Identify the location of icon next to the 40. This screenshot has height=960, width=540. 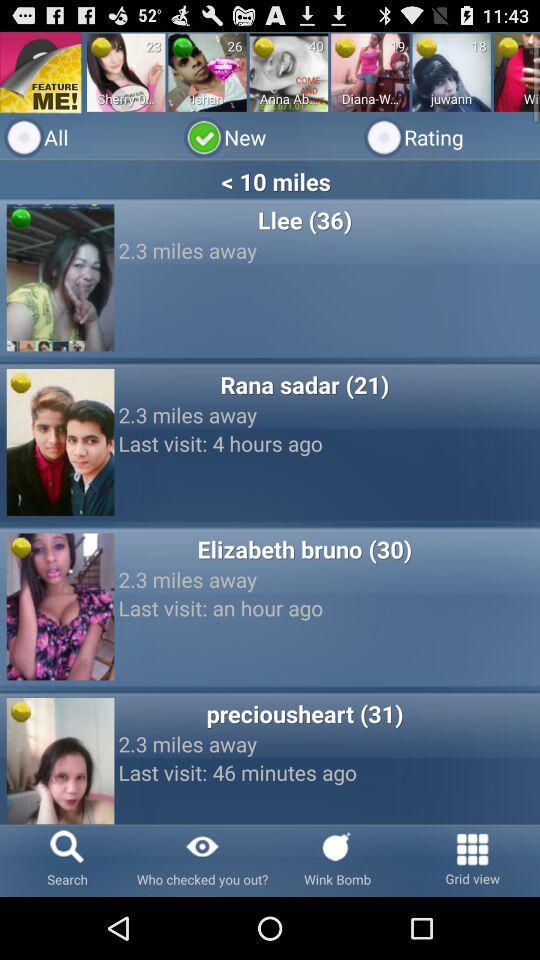
(264, 46).